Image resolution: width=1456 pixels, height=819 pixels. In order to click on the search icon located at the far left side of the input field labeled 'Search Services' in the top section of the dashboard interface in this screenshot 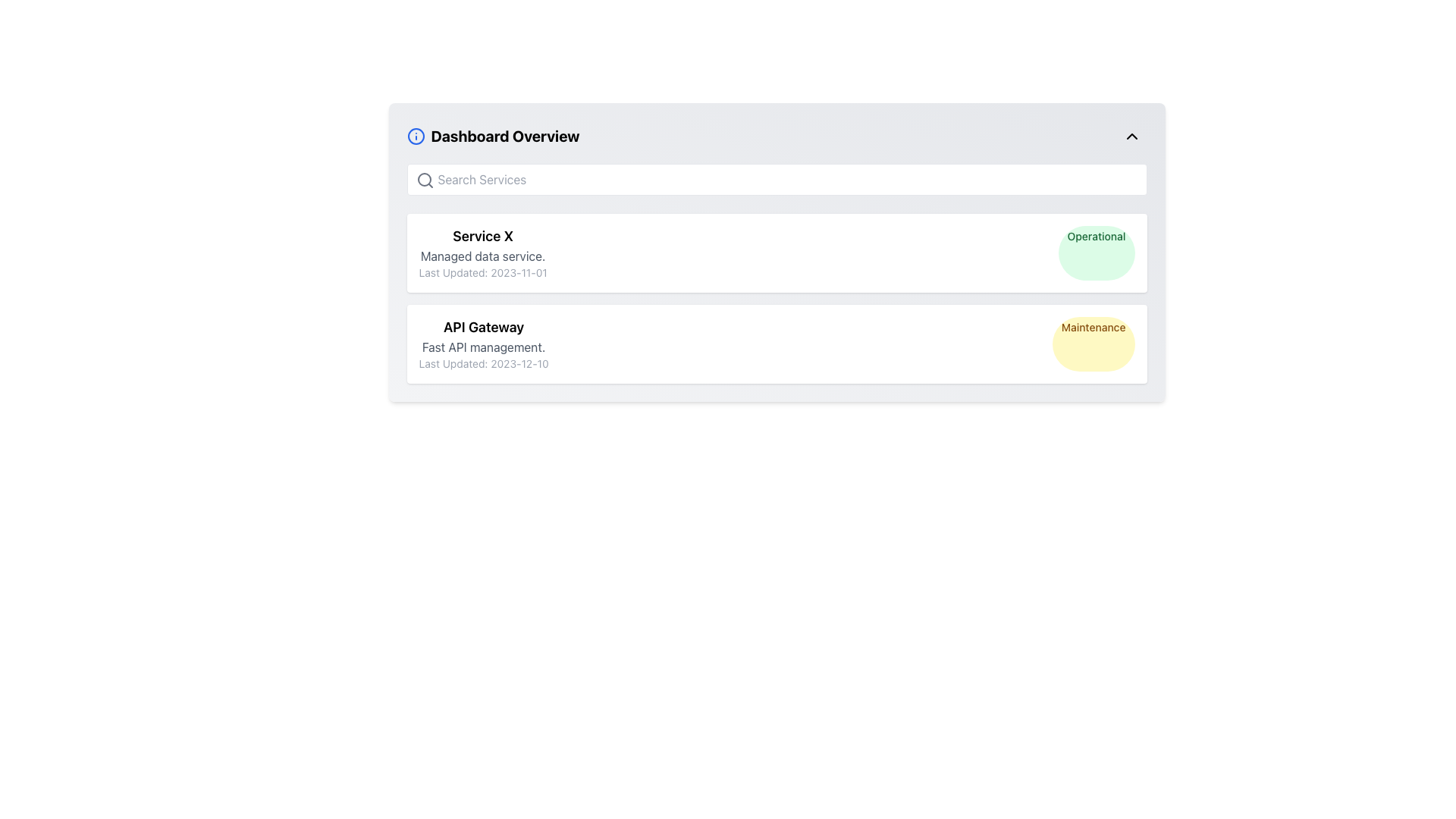, I will do `click(425, 180)`.